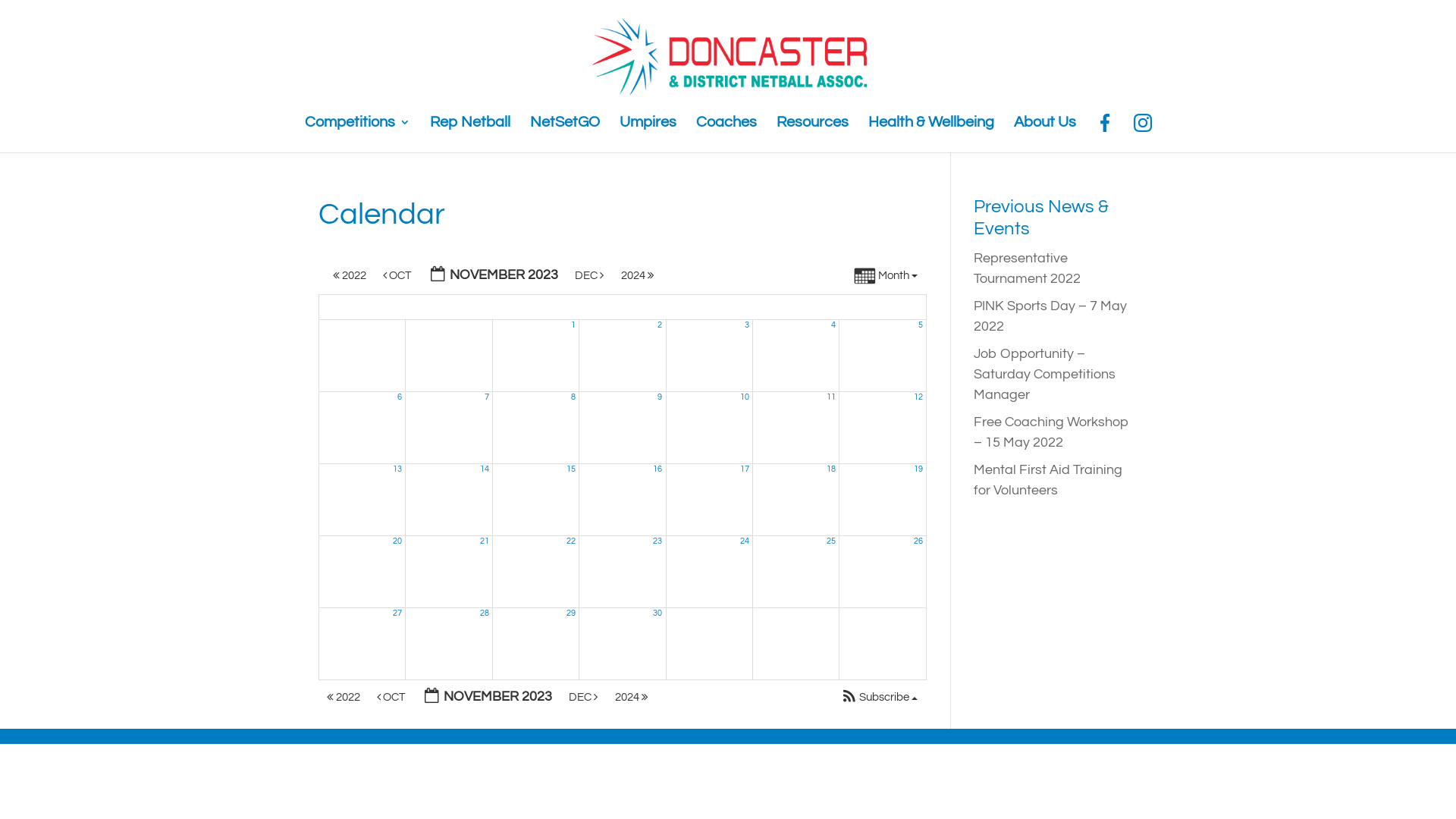  Describe the element at coordinates (419, 276) in the screenshot. I see `'NOVEMBER 2023'` at that location.